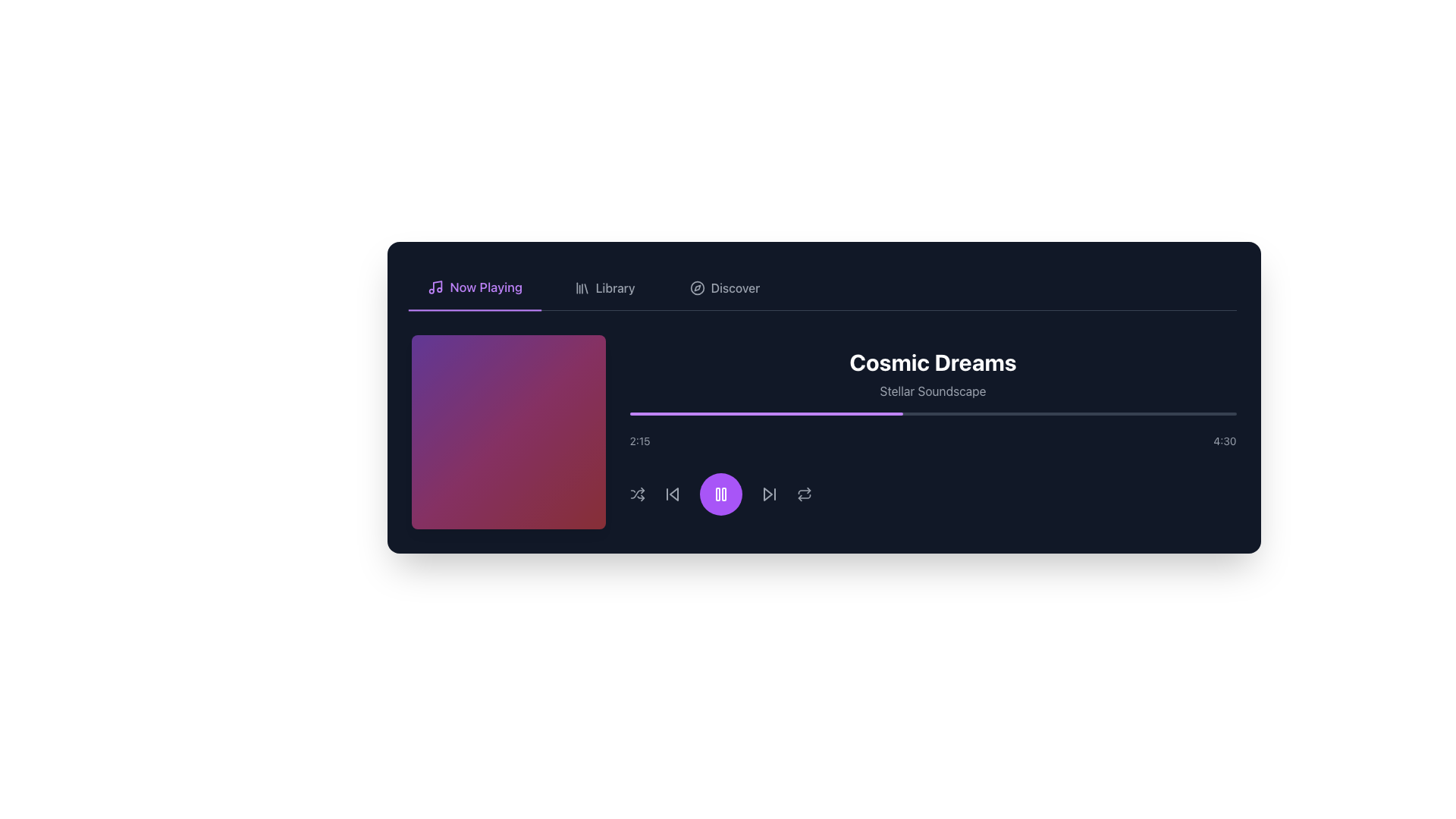  I want to click on the image placeholder or visual representation box located on the left side of the media player interface, adjacent to track details, so click(508, 432).